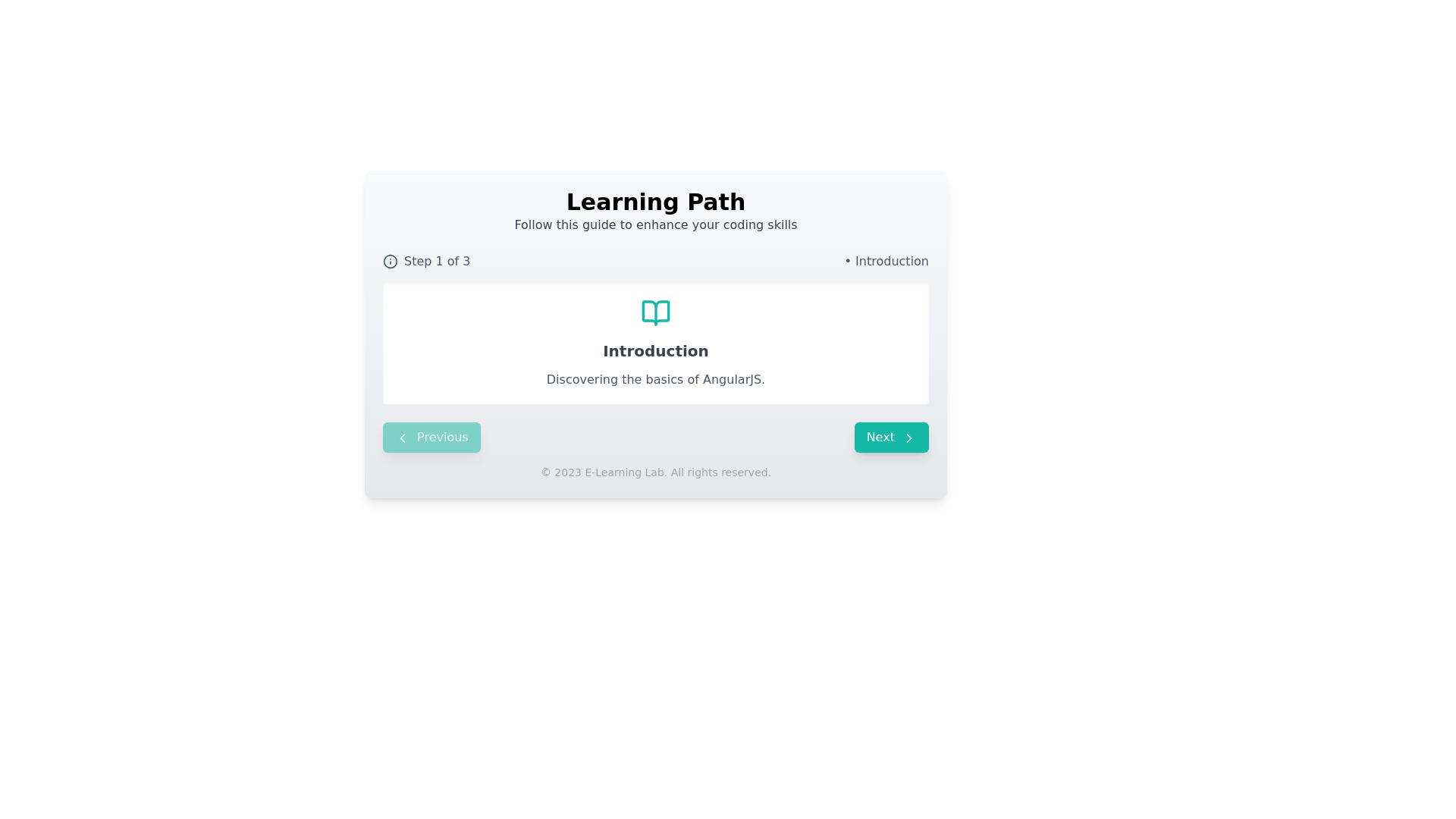 The width and height of the screenshot is (1456, 819). What do you see at coordinates (425, 260) in the screenshot?
I see `the Progress text display containing the phrase 'Step 1 of 3', which is styled with a gray font and located to the left of the 'Introduction' text` at bounding box center [425, 260].